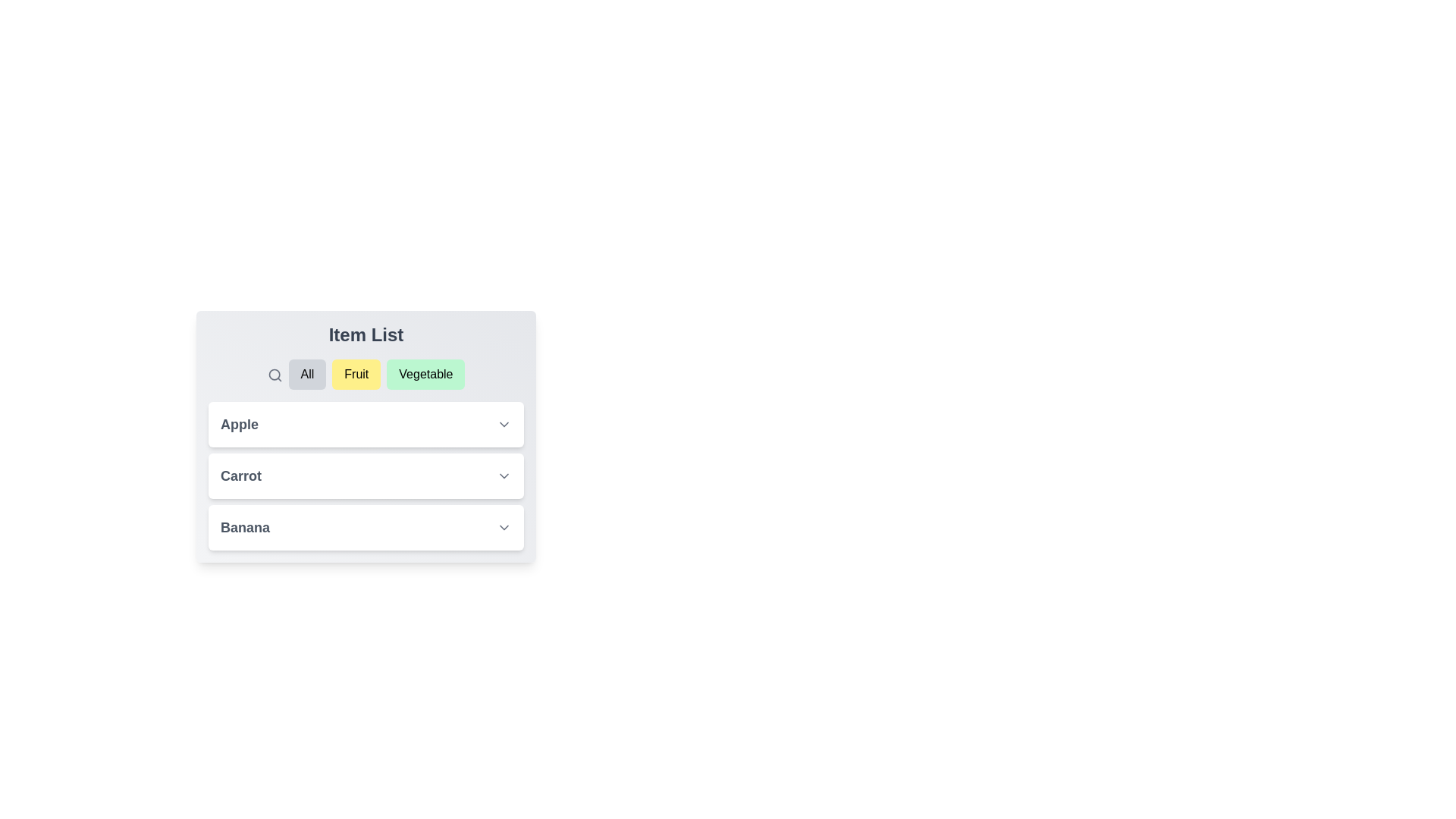  Describe the element at coordinates (504, 526) in the screenshot. I see `dropdown button next to Banana to expand and view its description` at that location.